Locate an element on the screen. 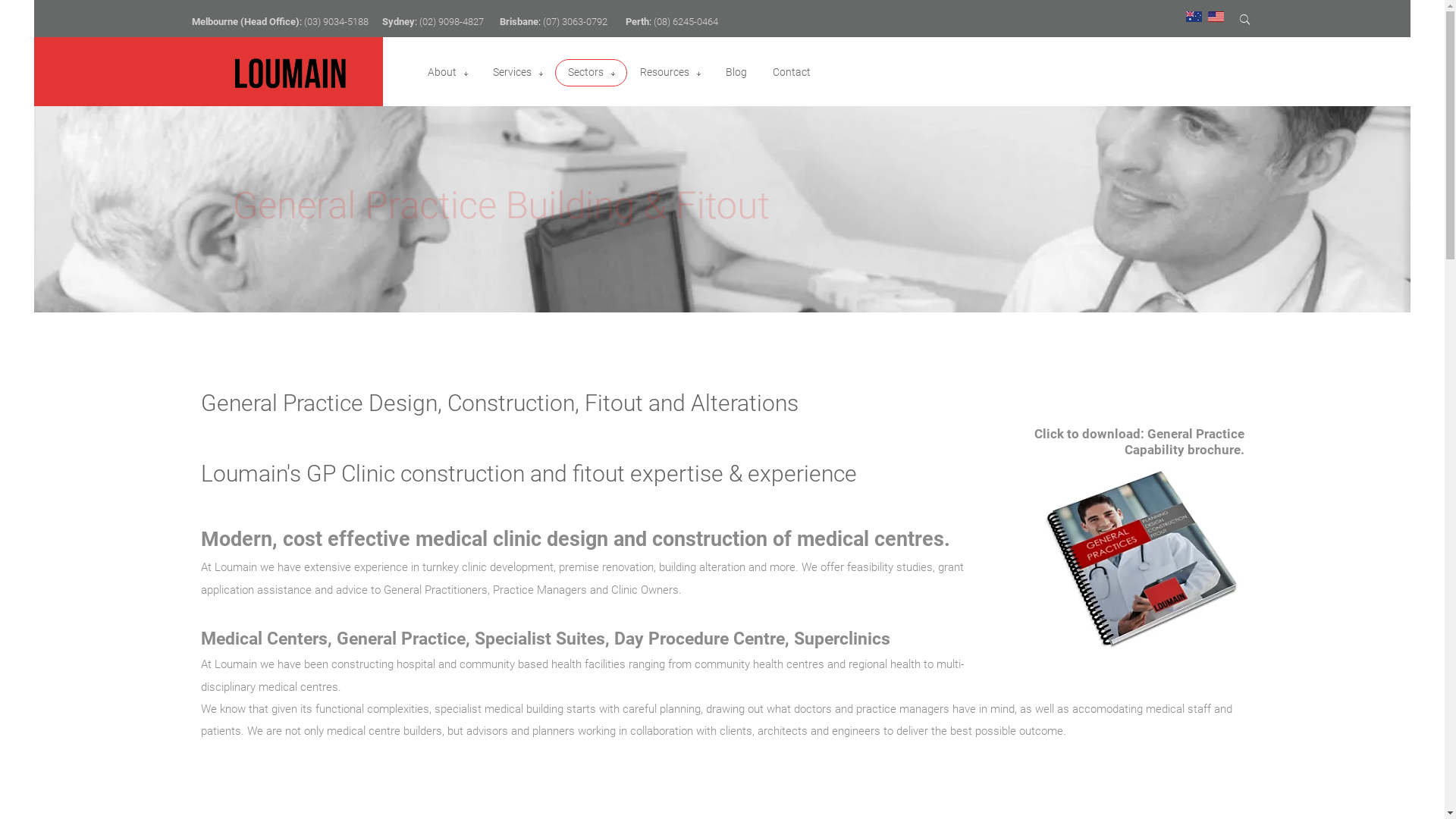  'Blog' is located at coordinates (723, 72).